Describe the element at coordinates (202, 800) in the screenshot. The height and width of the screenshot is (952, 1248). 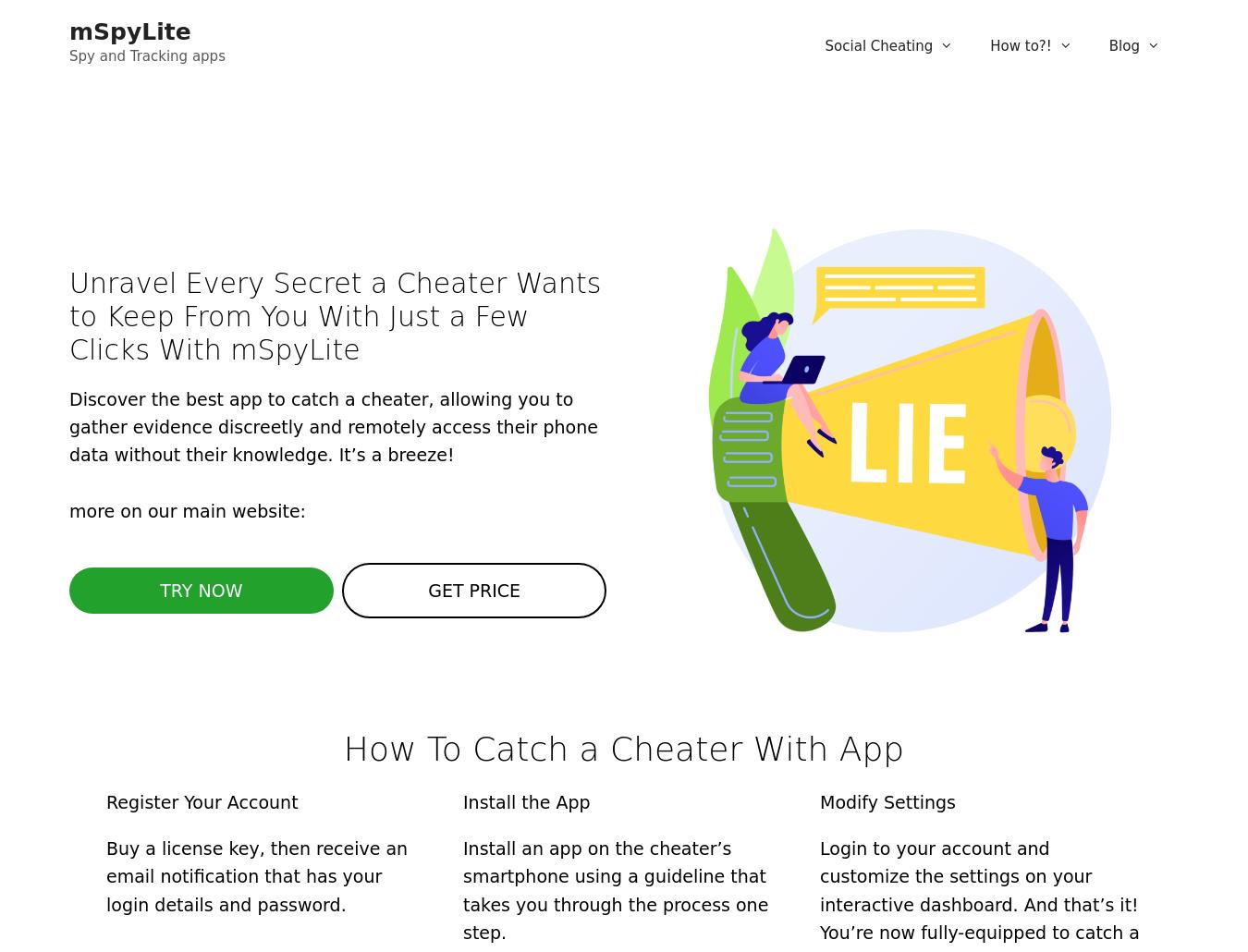
I see `'Register Your Account'` at that location.